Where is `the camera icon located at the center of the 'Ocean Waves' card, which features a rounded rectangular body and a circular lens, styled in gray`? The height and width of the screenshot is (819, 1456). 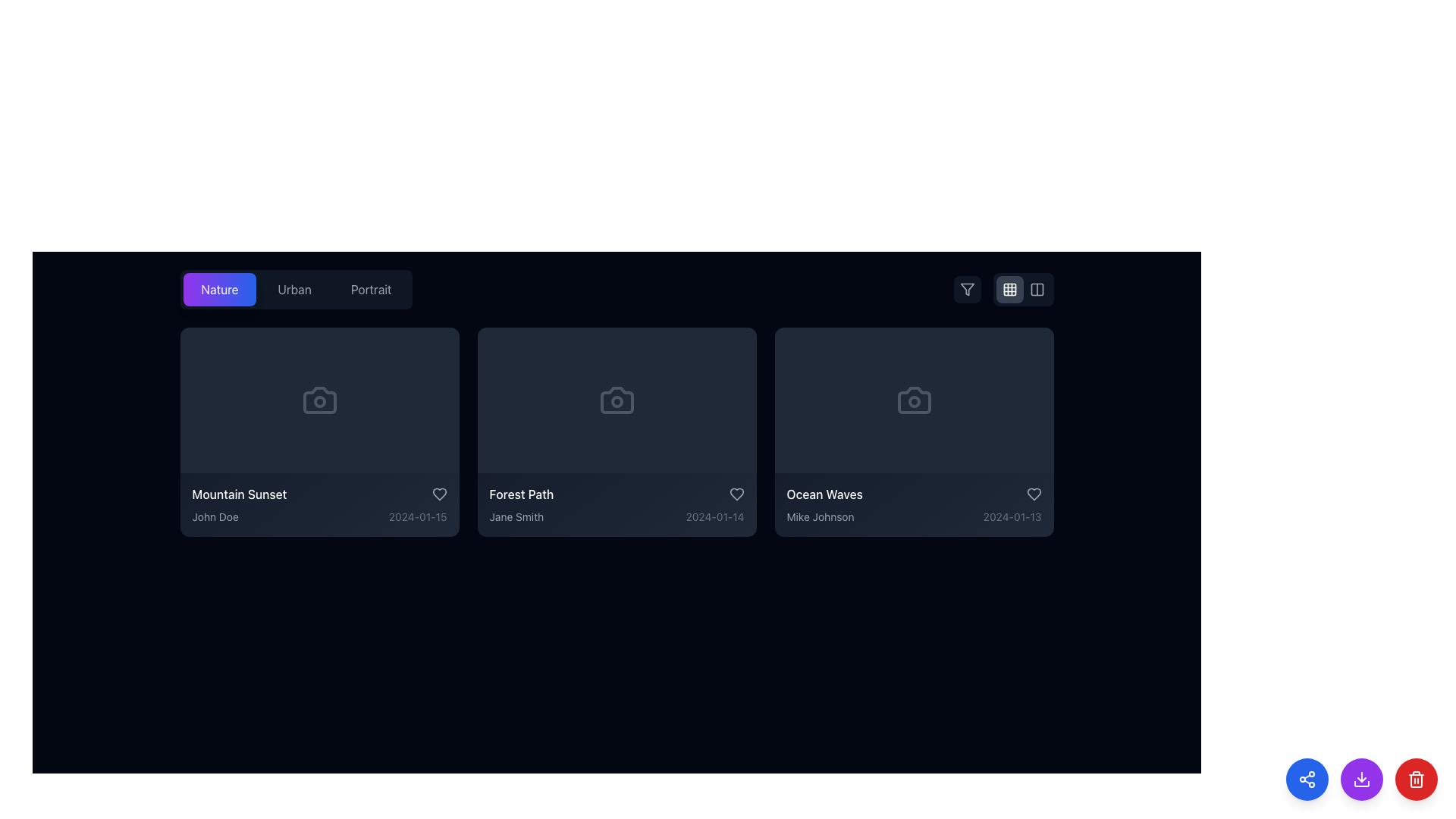
the camera icon located at the center of the 'Ocean Waves' card, which features a rounded rectangular body and a circular lens, styled in gray is located at coordinates (913, 400).